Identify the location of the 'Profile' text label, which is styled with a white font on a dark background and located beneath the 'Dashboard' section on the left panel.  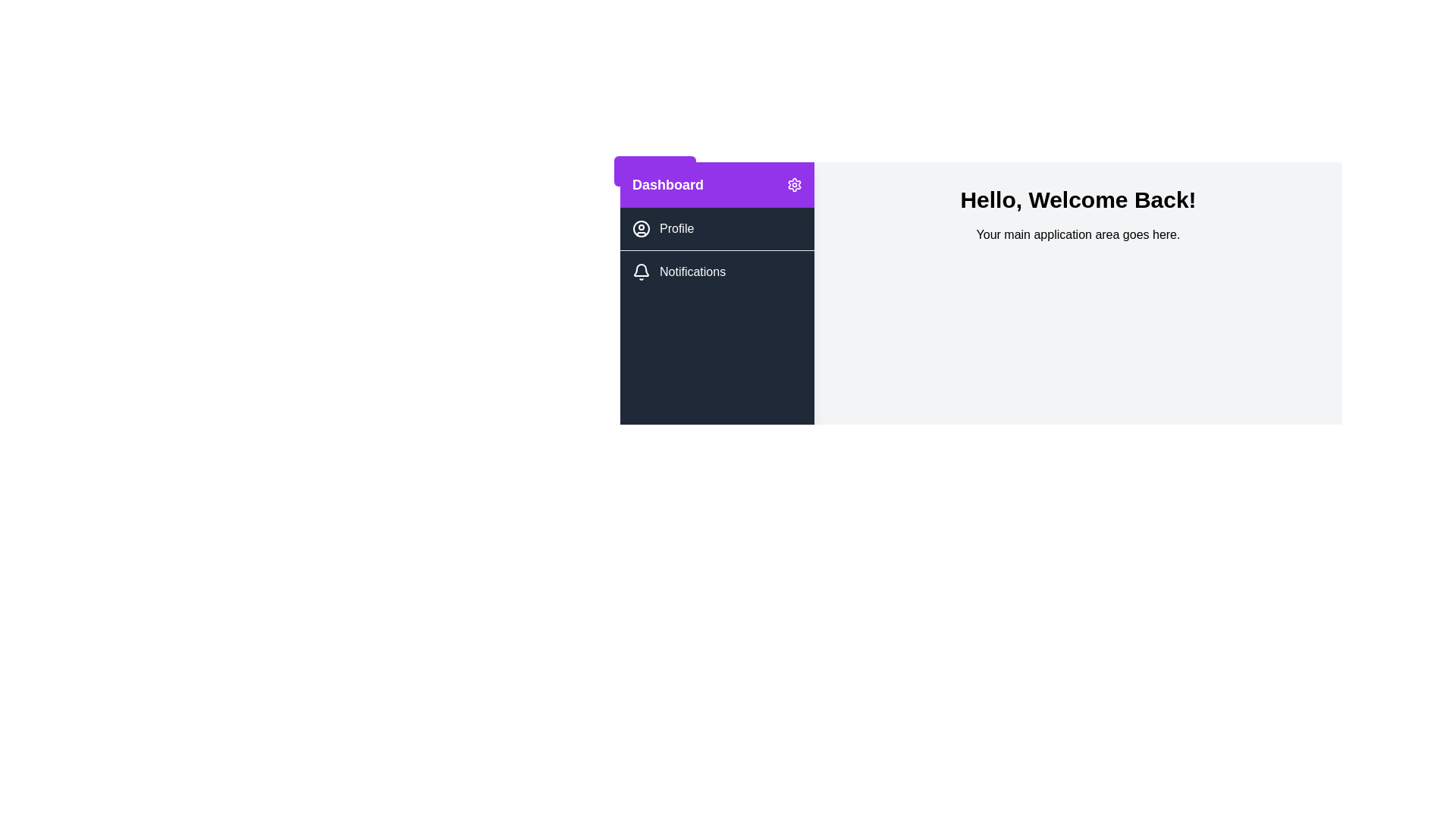
(676, 228).